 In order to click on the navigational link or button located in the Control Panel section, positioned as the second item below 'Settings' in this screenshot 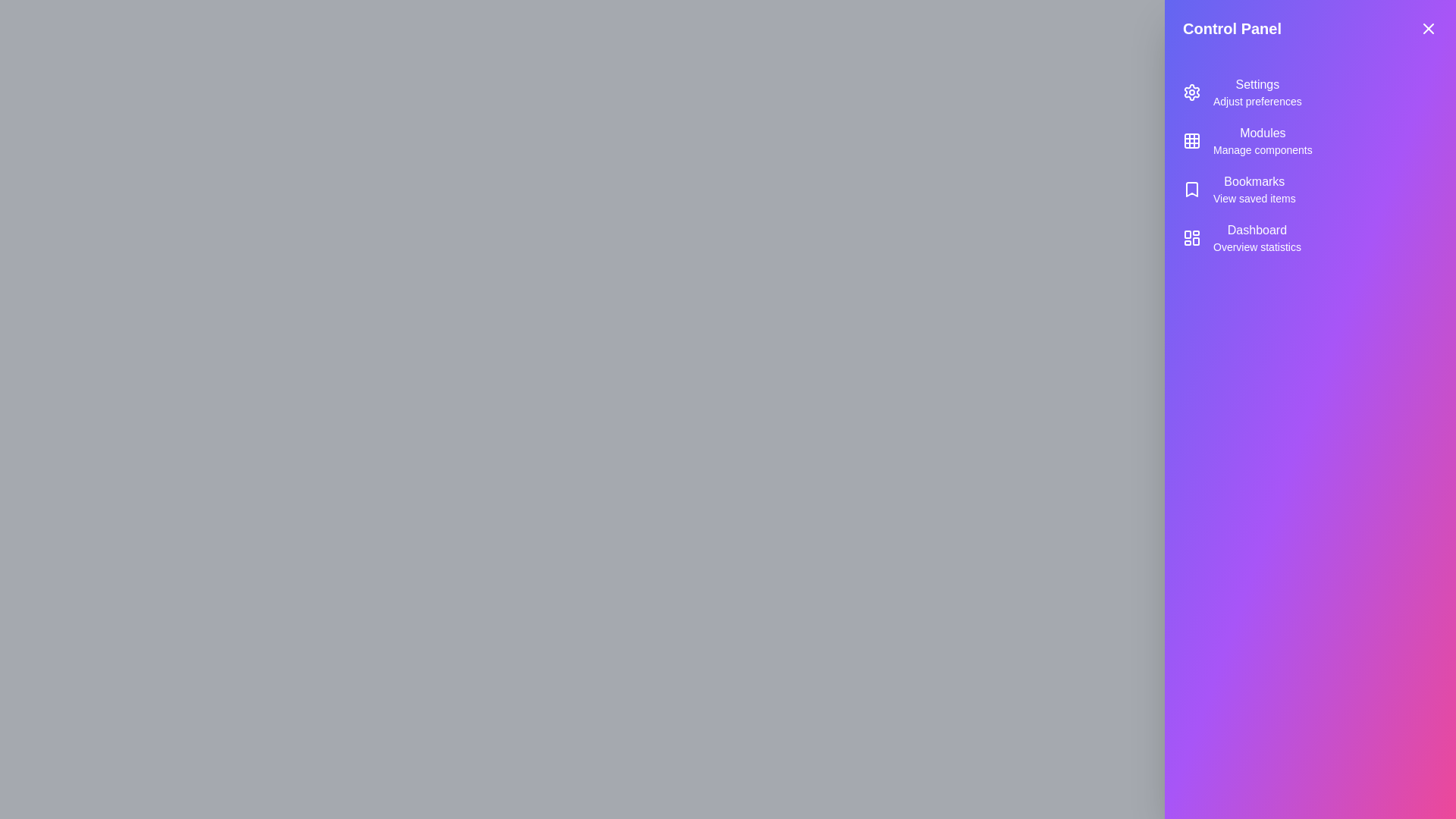, I will do `click(1263, 140)`.